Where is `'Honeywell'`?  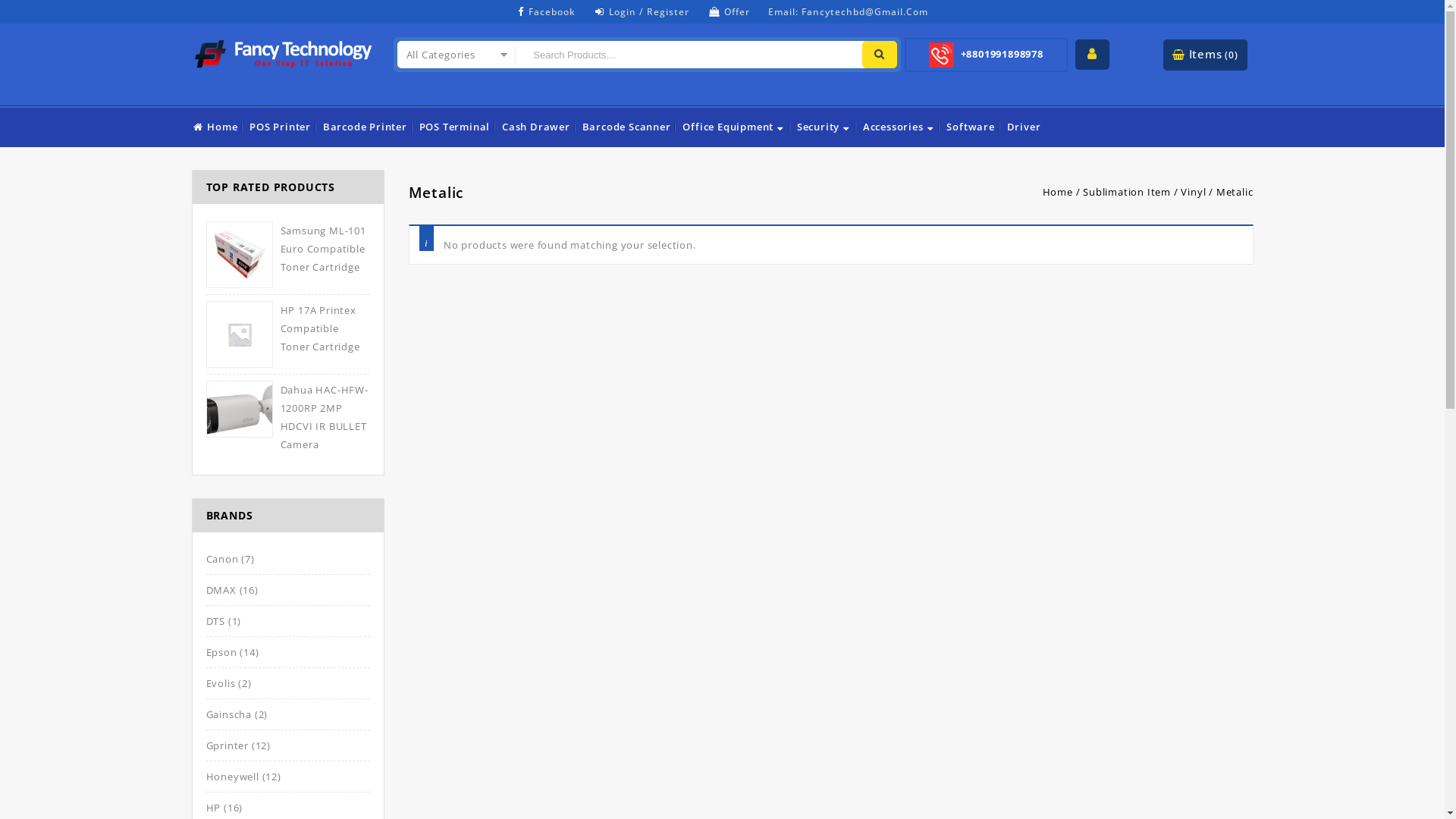 'Honeywell' is located at coordinates (206, 776).